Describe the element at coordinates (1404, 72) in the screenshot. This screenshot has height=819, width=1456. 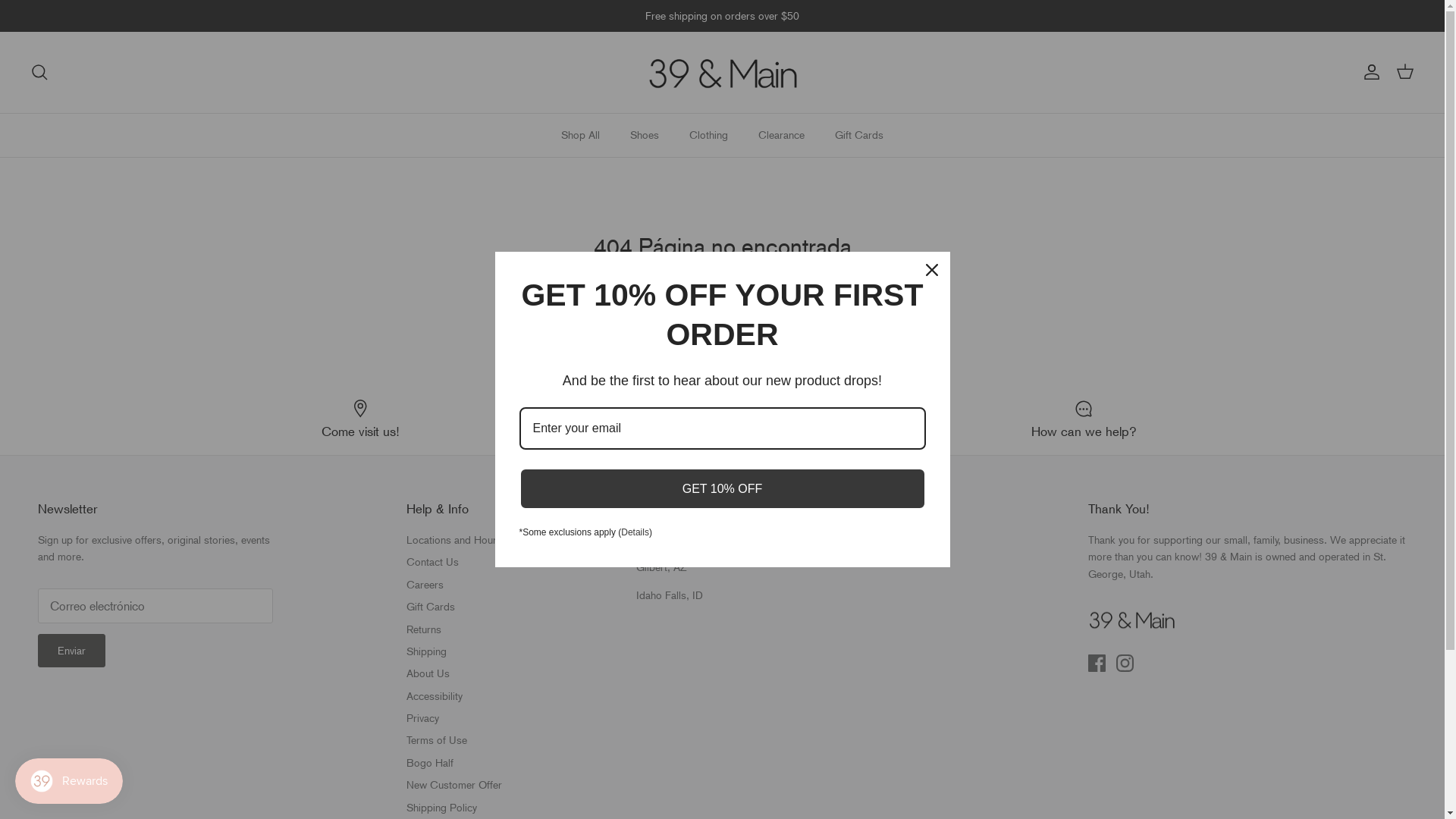
I see `'Carrito'` at that location.